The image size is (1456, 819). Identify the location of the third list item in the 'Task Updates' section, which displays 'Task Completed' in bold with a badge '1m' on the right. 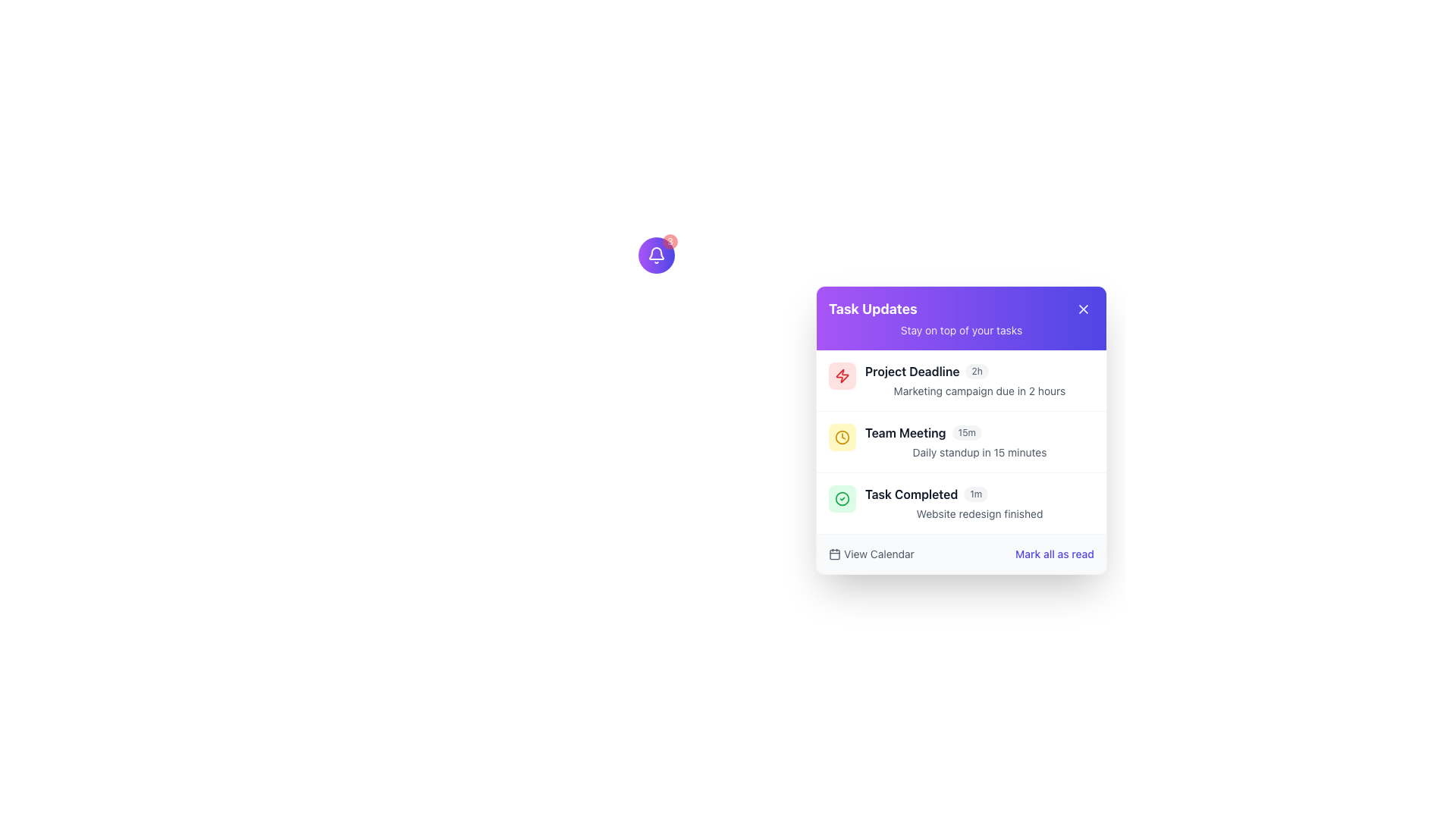
(979, 494).